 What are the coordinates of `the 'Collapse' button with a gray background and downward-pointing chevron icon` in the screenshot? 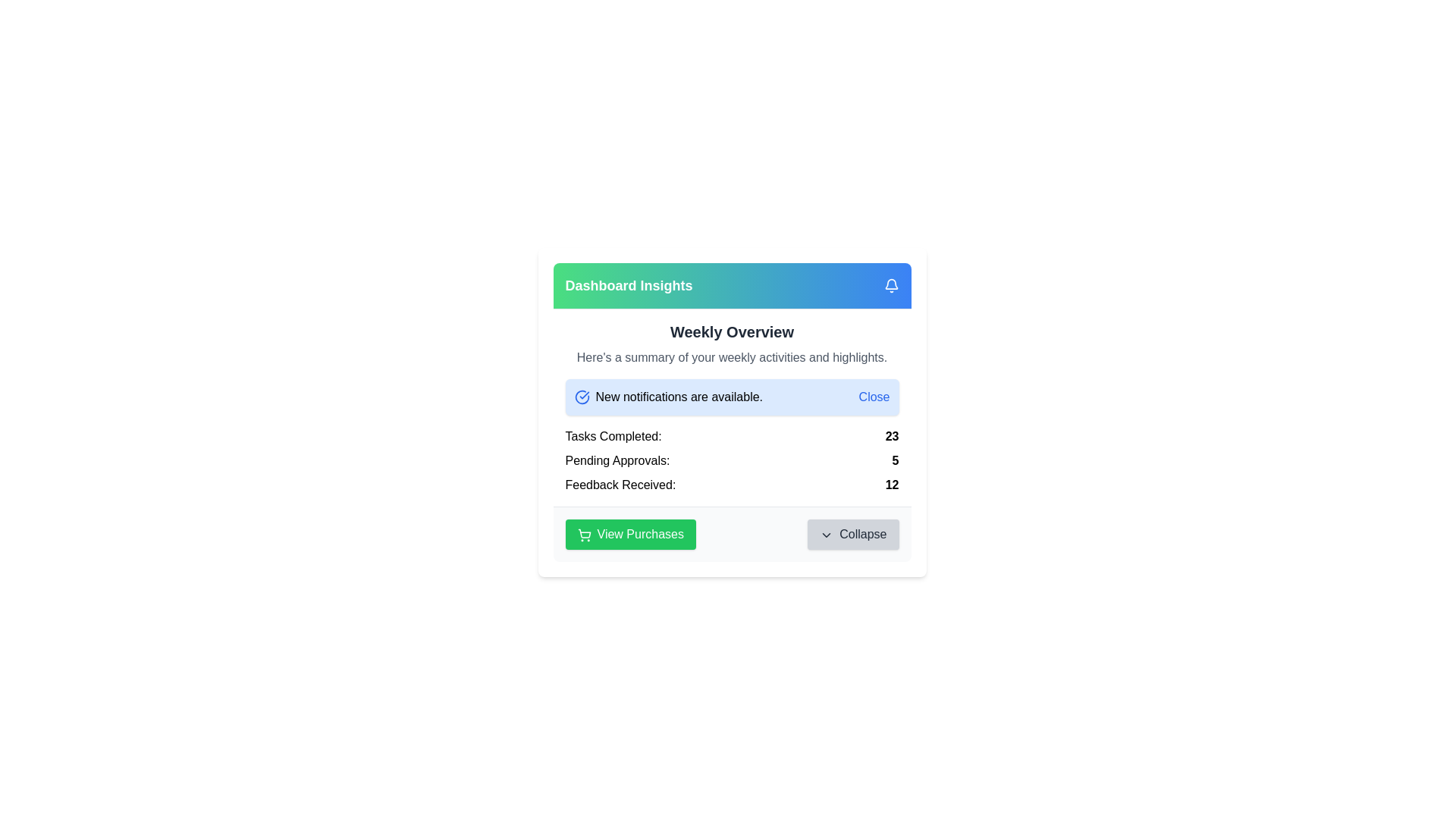 It's located at (853, 534).